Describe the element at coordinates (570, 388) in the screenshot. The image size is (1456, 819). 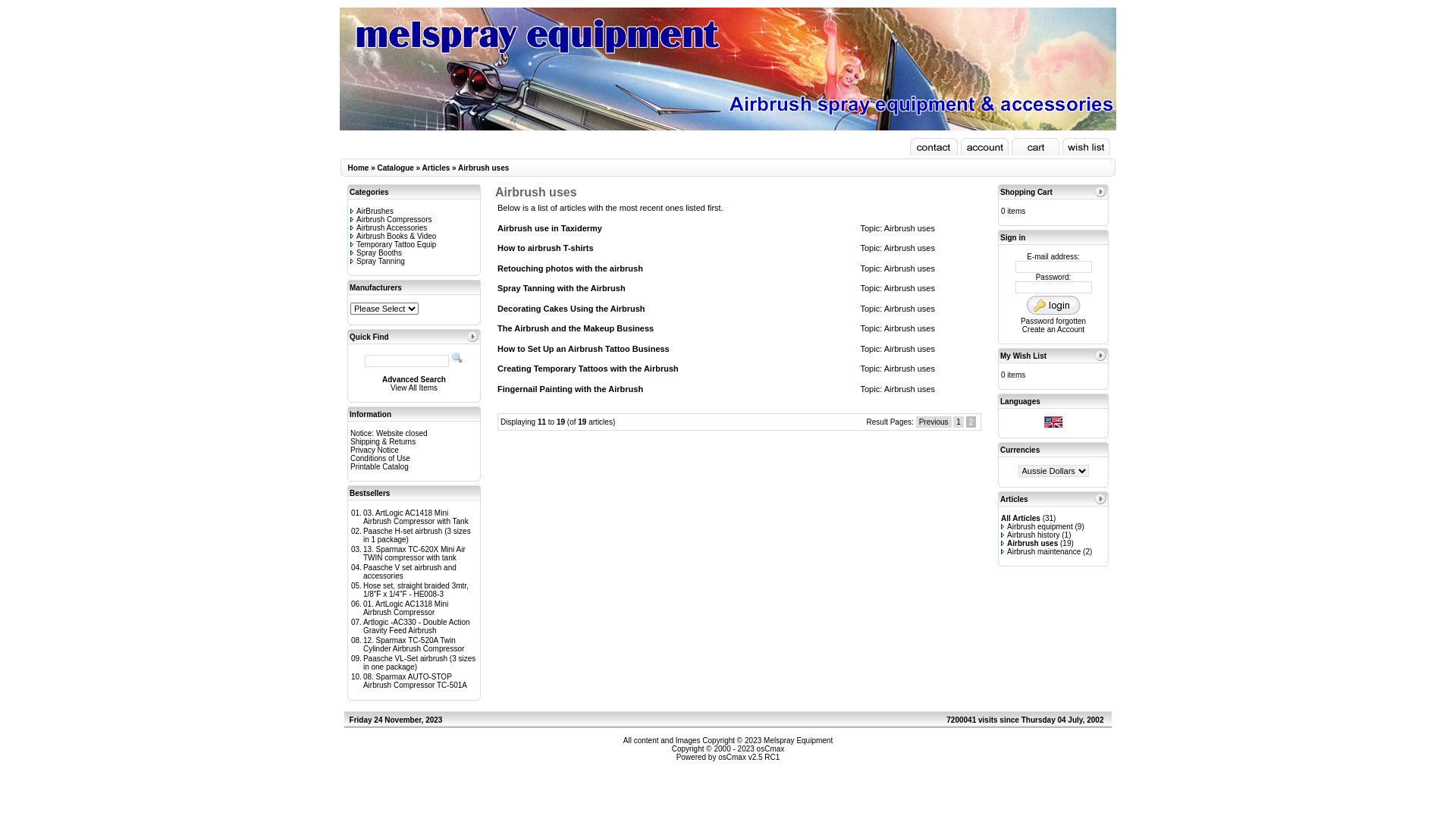
I see `'Fingernail Painting with the Airbrush'` at that location.